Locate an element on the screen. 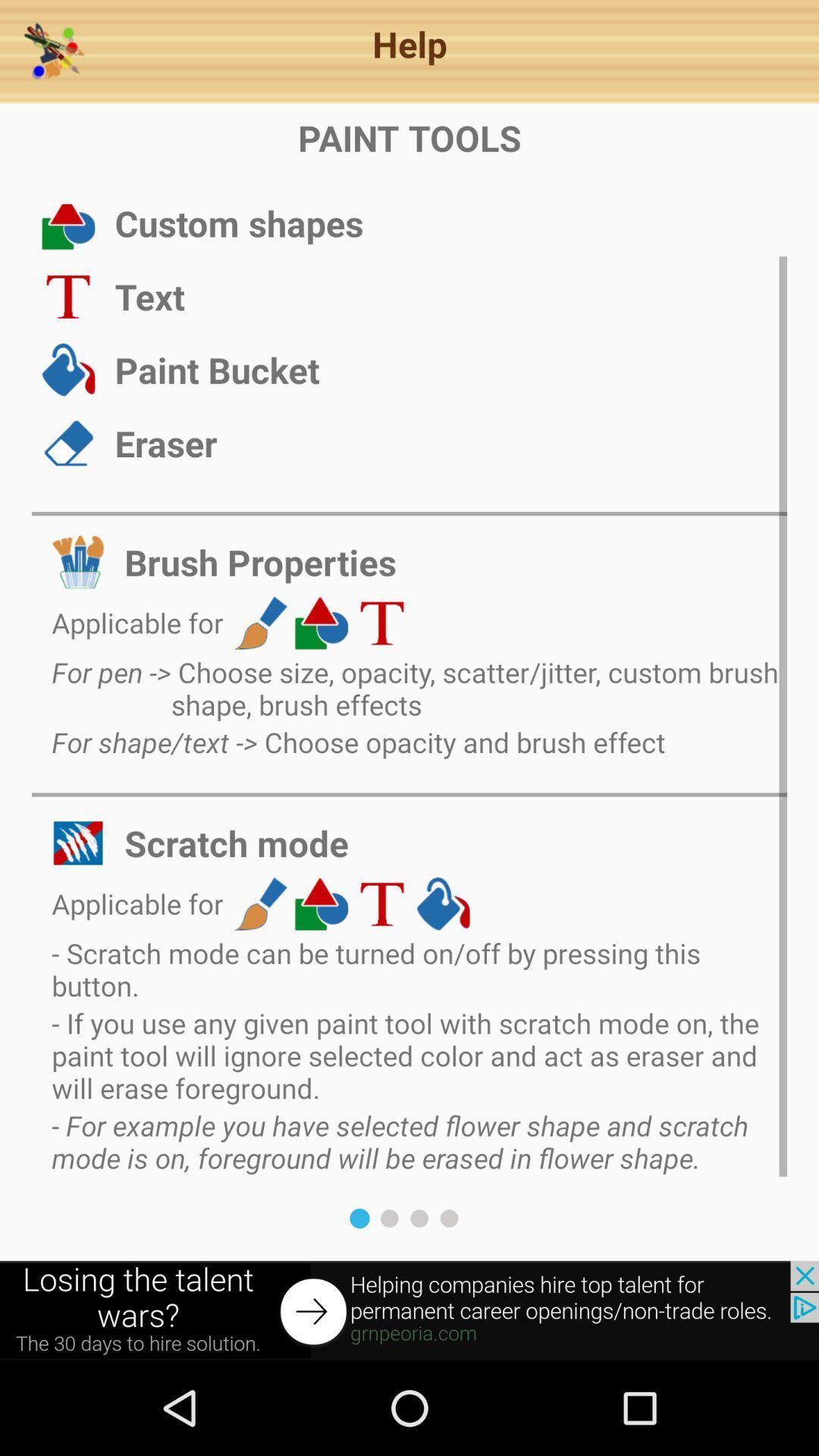  click advertisement is located at coordinates (409, 1310).